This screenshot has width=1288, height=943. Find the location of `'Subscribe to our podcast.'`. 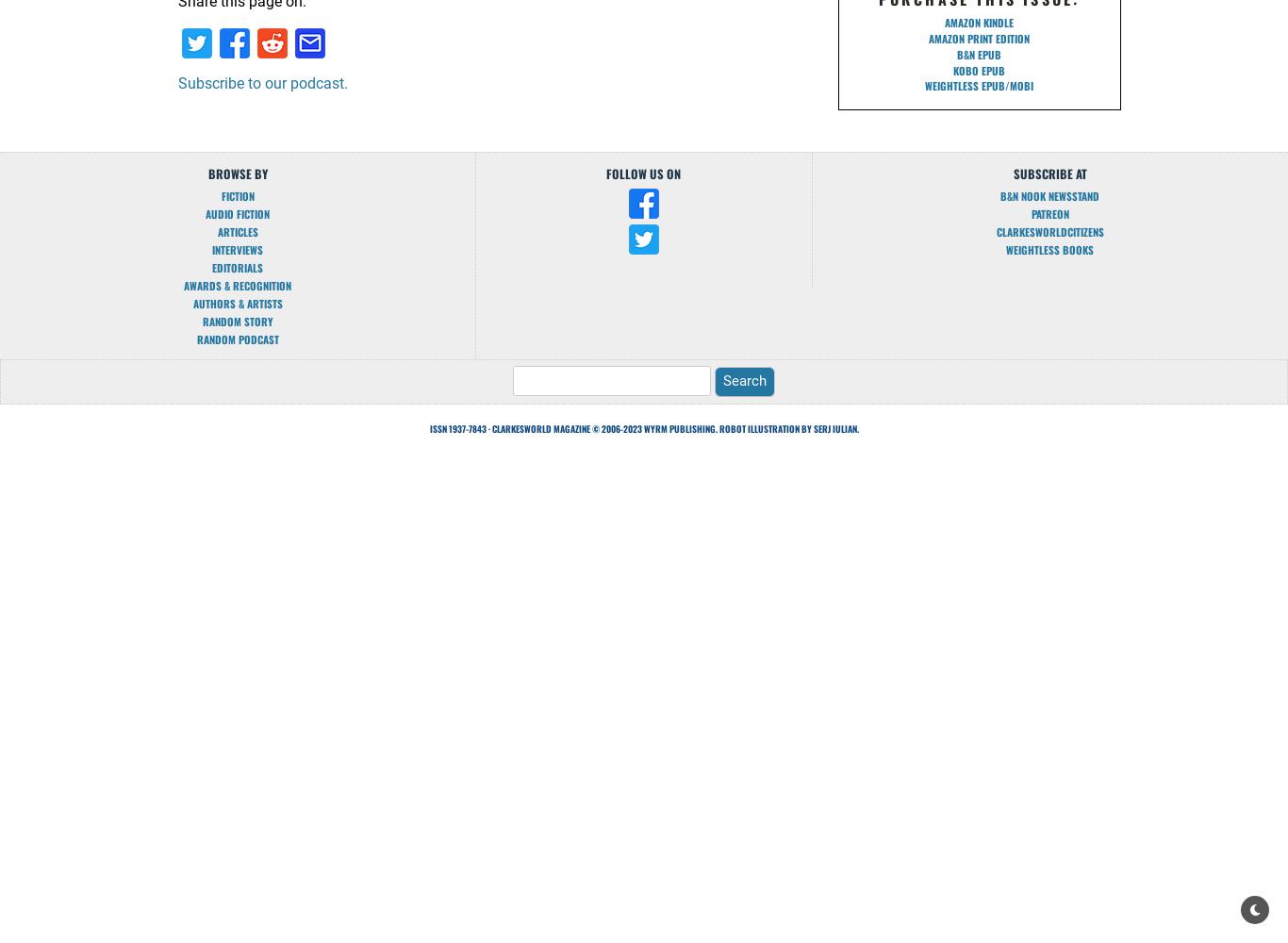

'Subscribe to our podcast.' is located at coordinates (261, 81).